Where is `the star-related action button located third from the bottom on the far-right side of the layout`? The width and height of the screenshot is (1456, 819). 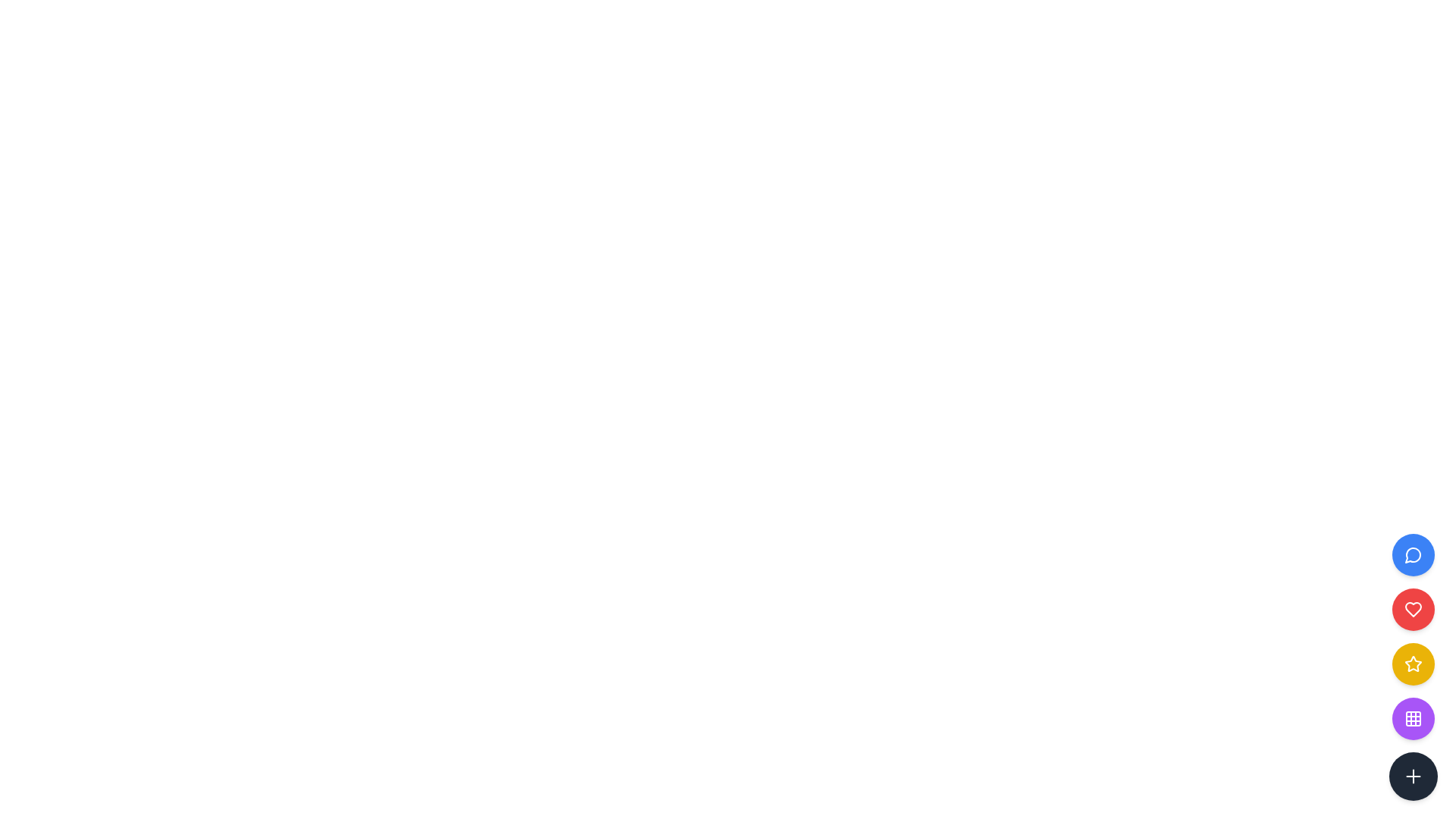 the star-related action button located third from the bottom on the far-right side of the layout is located at coordinates (1412, 663).